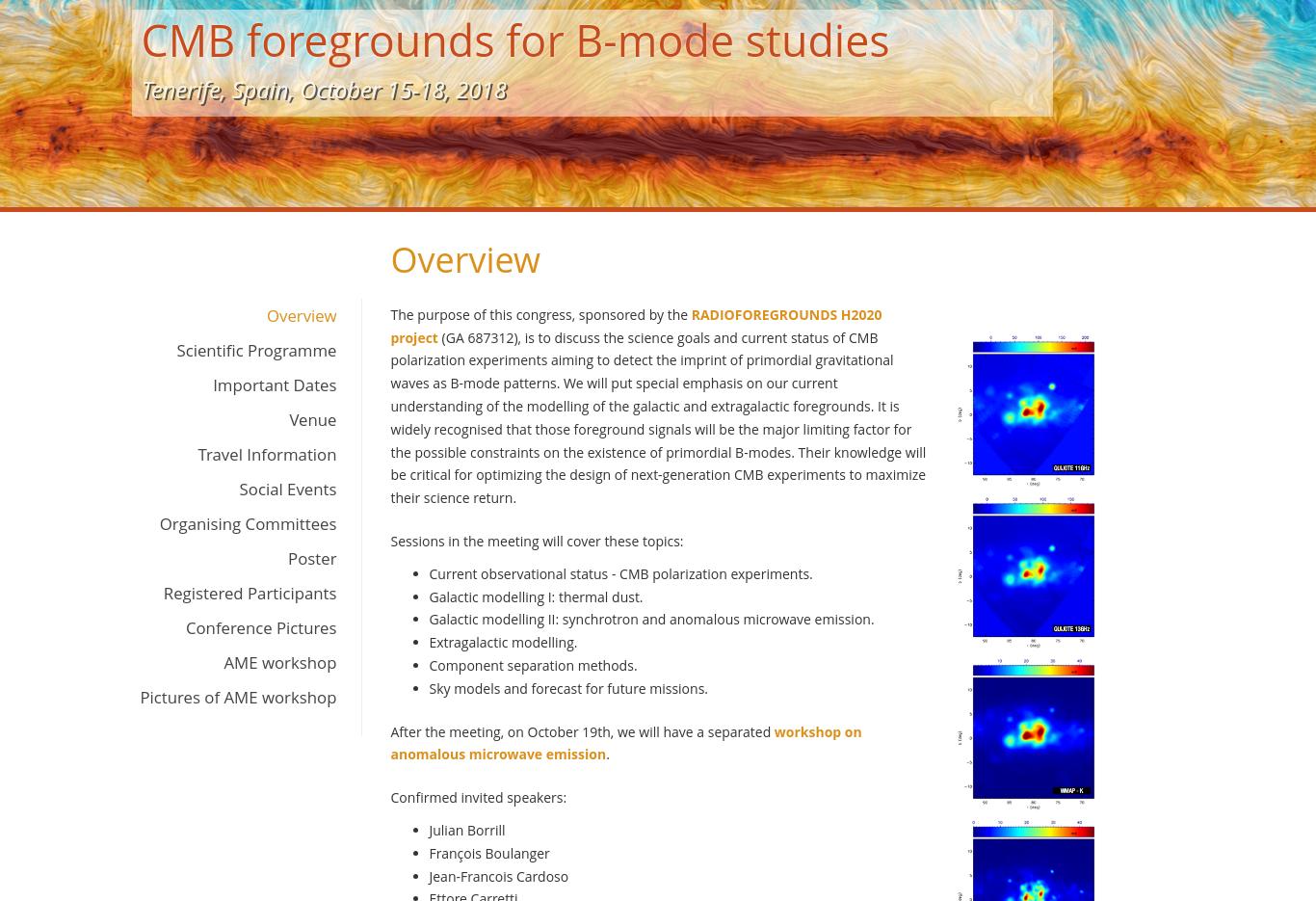 This screenshot has width=1316, height=901. What do you see at coordinates (323, 88) in the screenshot?
I see `'Tenerife, Spain, October 15-18, 2018'` at bounding box center [323, 88].